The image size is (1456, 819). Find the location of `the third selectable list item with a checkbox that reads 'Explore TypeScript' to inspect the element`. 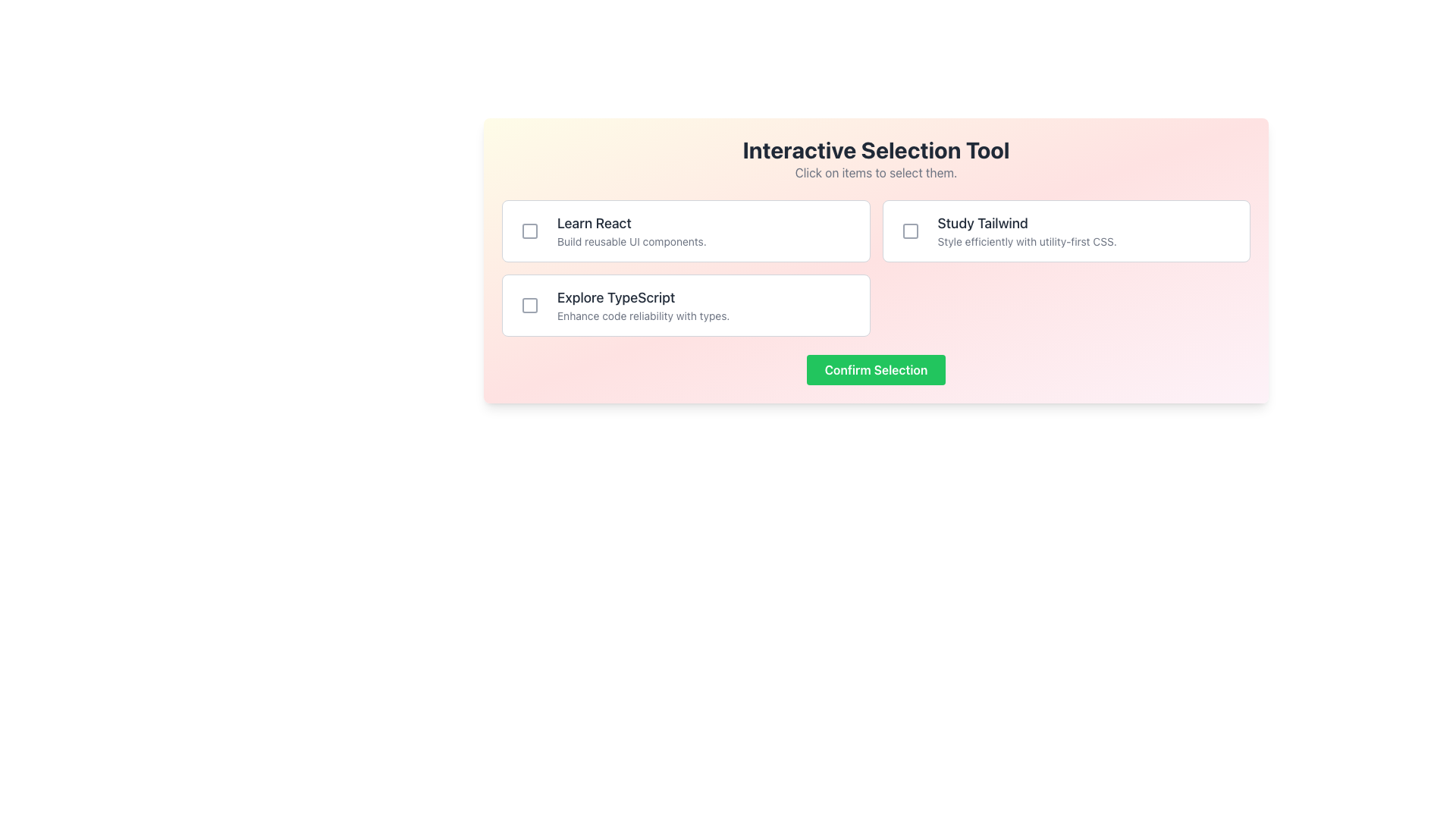

the third selectable list item with a checkbox that reads 'Explore TypeScript' to inspect the element is located at coordinates (685, 305).